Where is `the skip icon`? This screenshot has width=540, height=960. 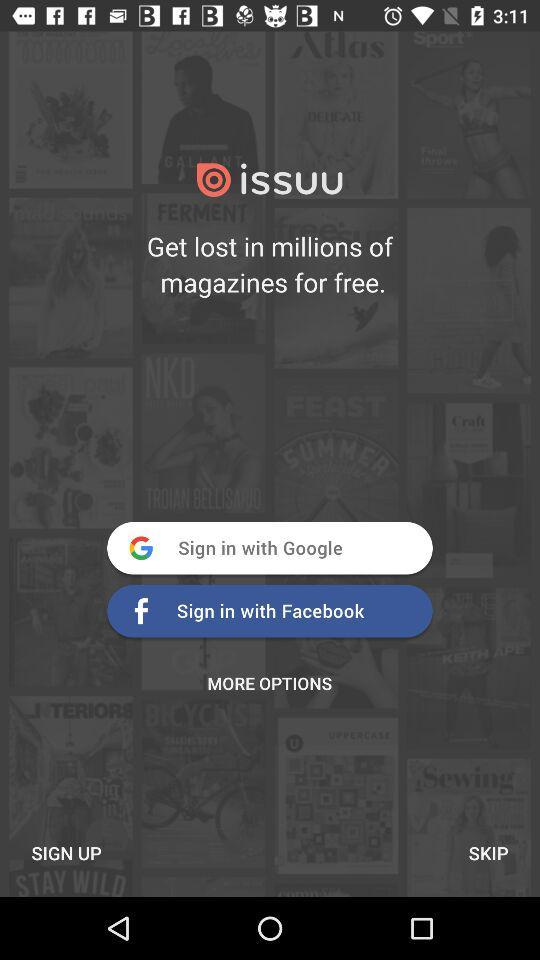
the skip icon is located at coordinates (487, 852).